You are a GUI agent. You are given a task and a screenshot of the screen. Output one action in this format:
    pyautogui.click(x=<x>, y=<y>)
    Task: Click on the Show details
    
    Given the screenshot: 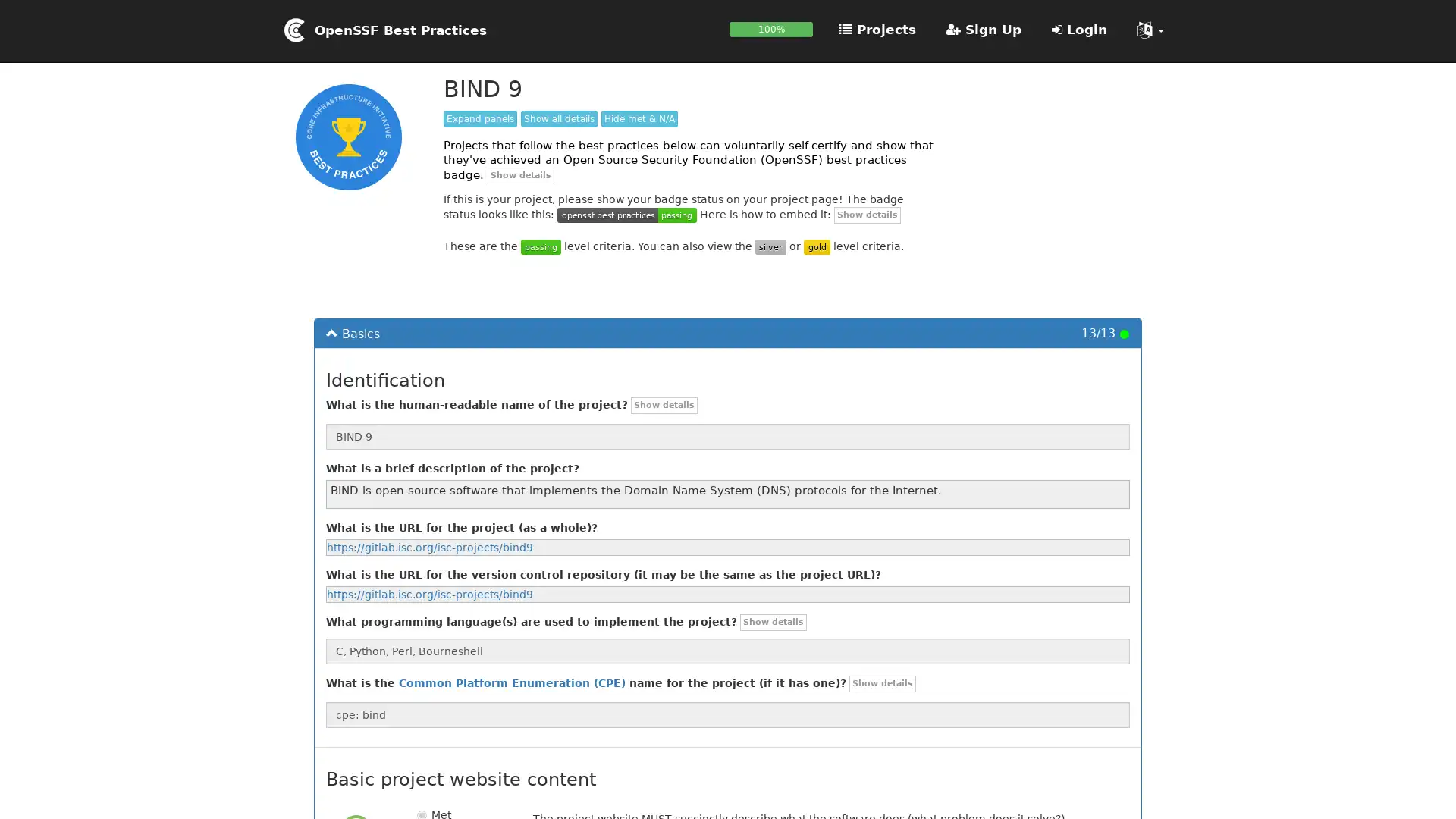 What is the action you would take?
    pyautogui.click(x=664, y=404)
    